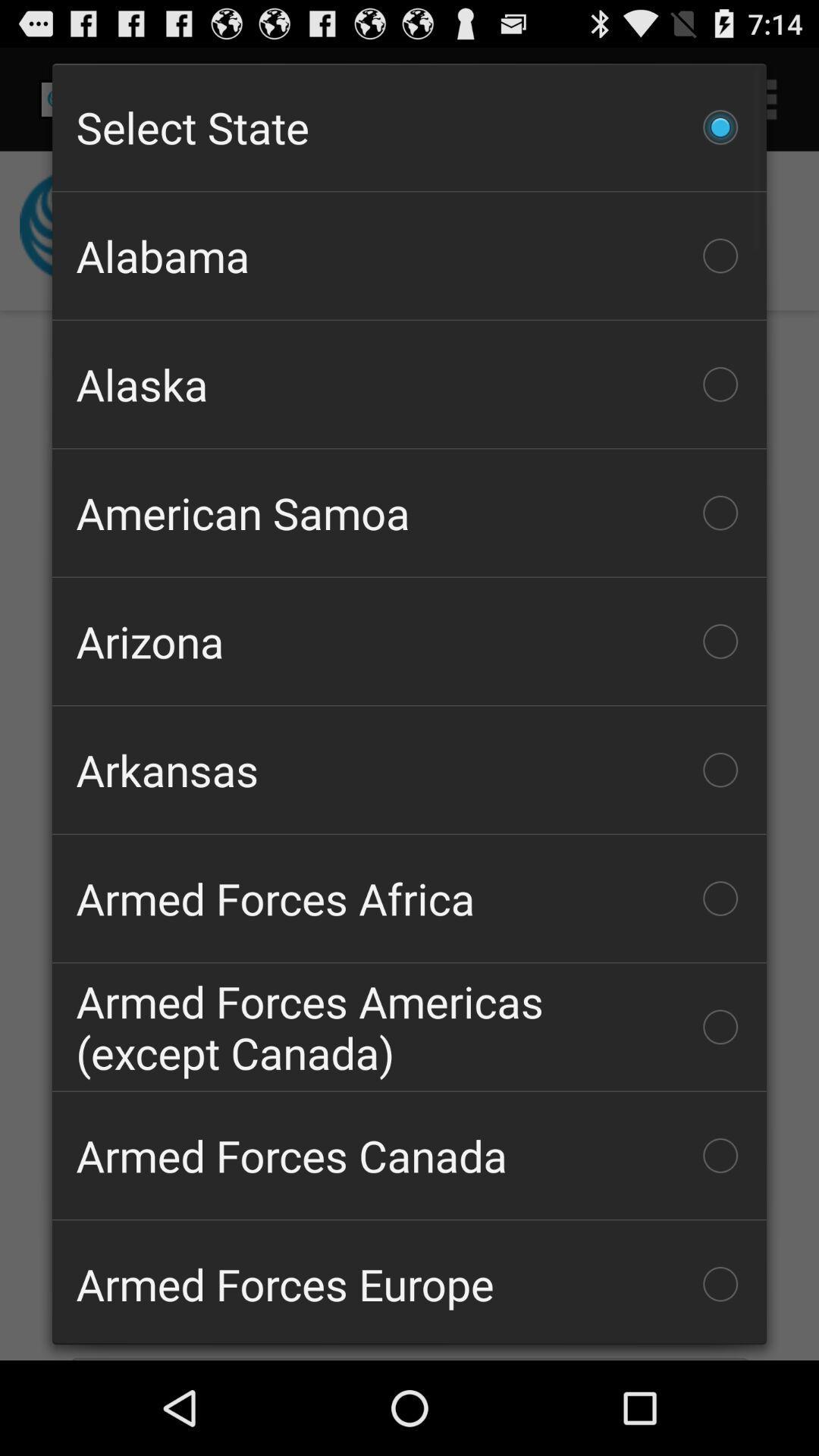 The image size is (819, 1456). I want to click on item below select state icon, so click(409, 256).